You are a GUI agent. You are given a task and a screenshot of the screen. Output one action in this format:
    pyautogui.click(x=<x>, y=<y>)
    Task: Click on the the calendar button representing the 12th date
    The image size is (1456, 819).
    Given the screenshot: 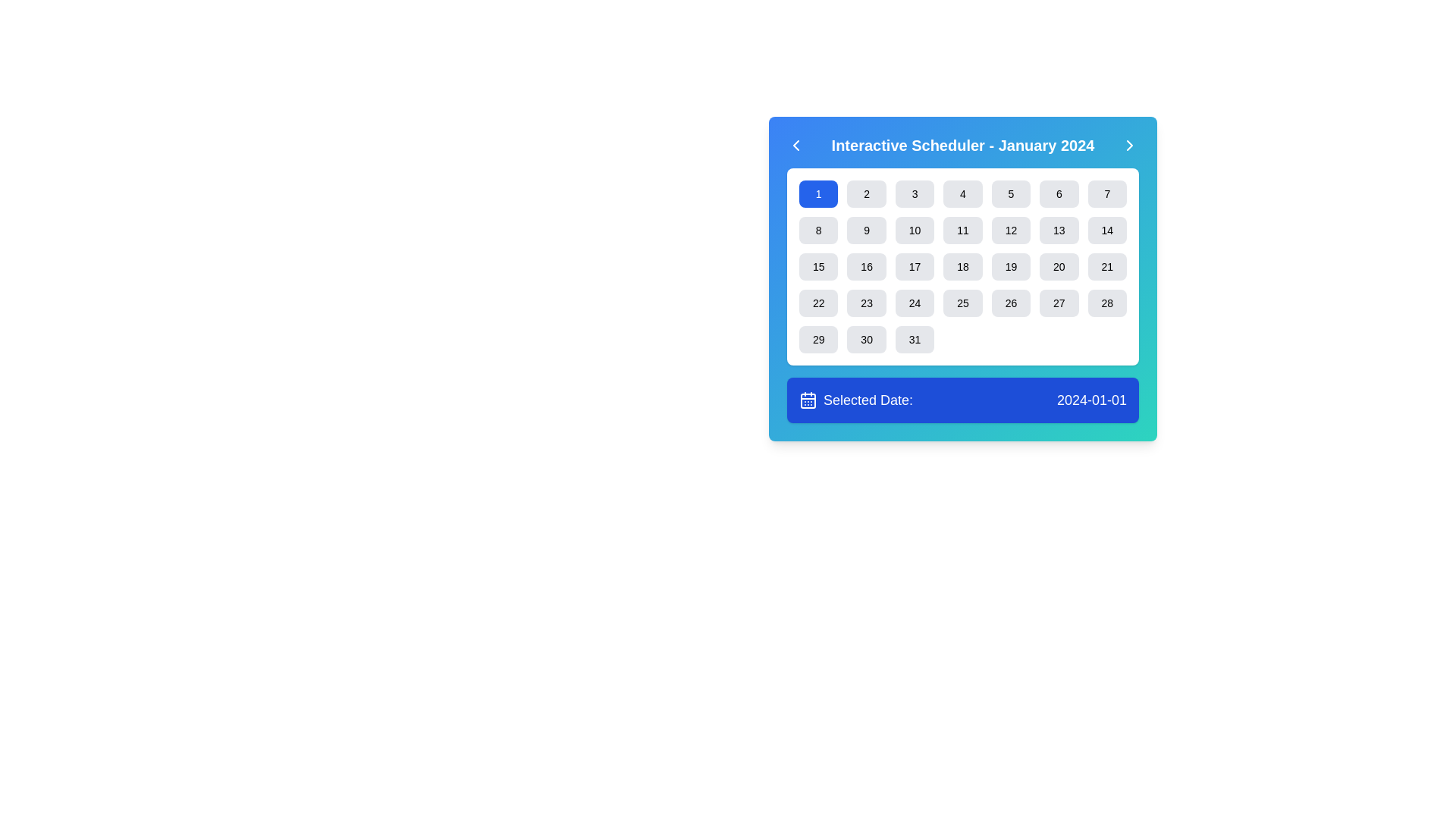 What is the action you would take?
    pyautogui.click(x=1011, y=231)
    